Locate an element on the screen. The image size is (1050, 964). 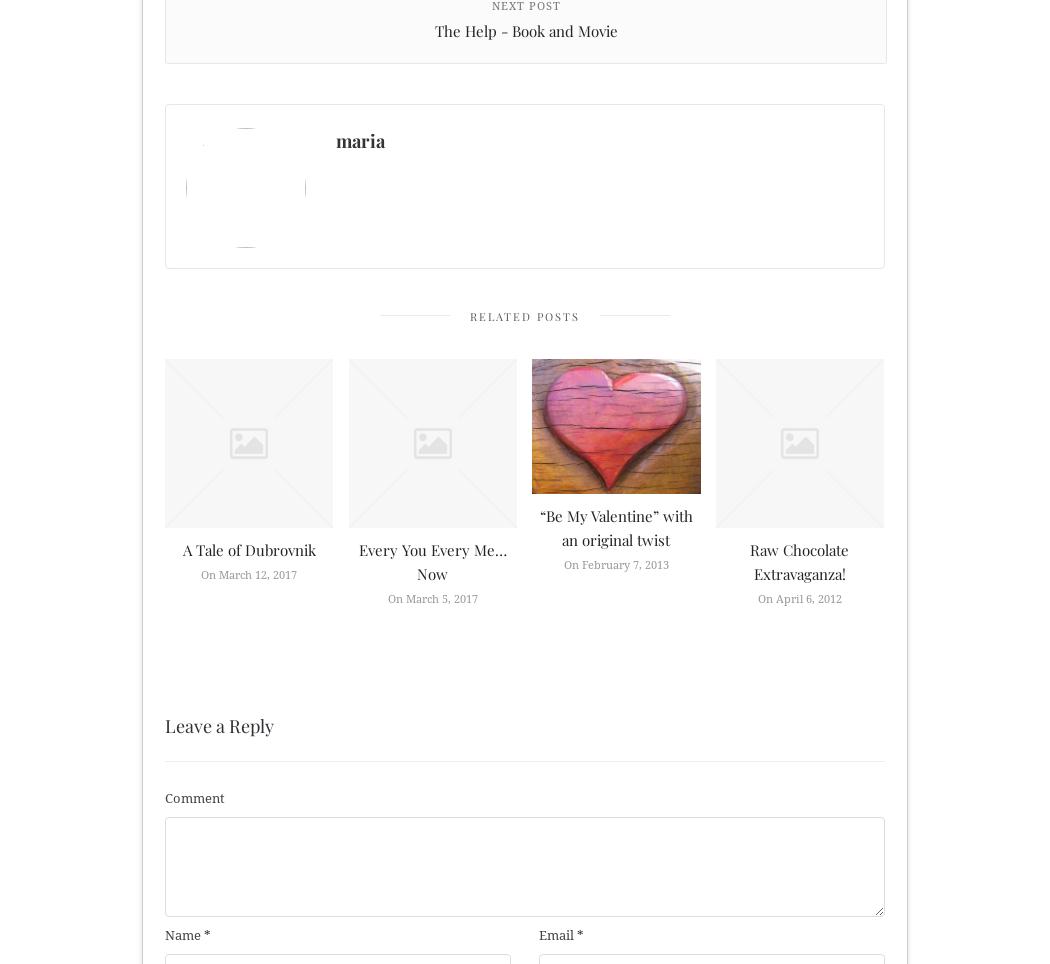
'Every You Every Me…Now' is located at coordinates (430, 561).